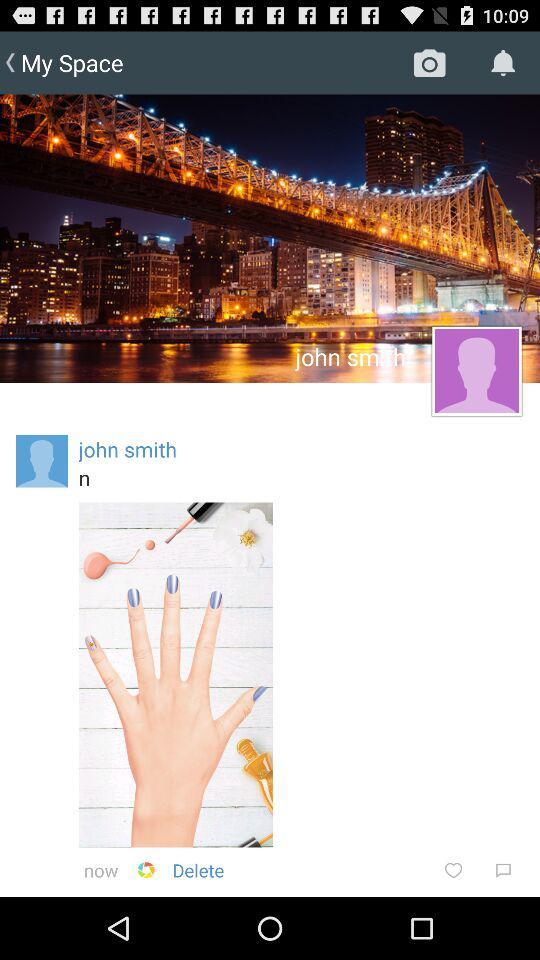 The image size is (540, 960). Describe the element at coordinates (127, 449) in the screenshot. I see `move to text which is above the n` at that location.